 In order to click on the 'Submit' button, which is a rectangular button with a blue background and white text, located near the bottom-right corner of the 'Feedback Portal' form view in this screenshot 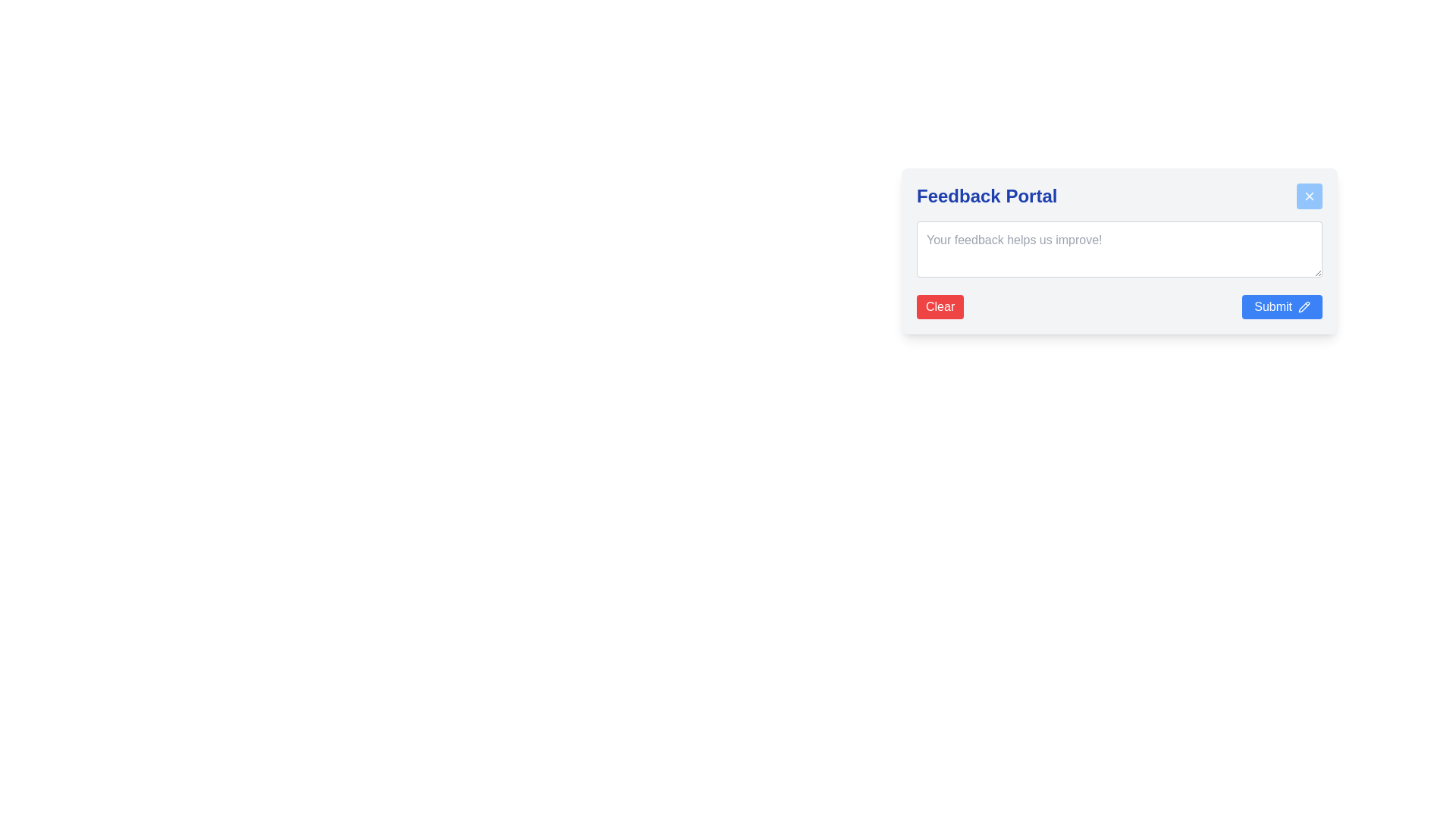, I will do `click(1282, 307)`.